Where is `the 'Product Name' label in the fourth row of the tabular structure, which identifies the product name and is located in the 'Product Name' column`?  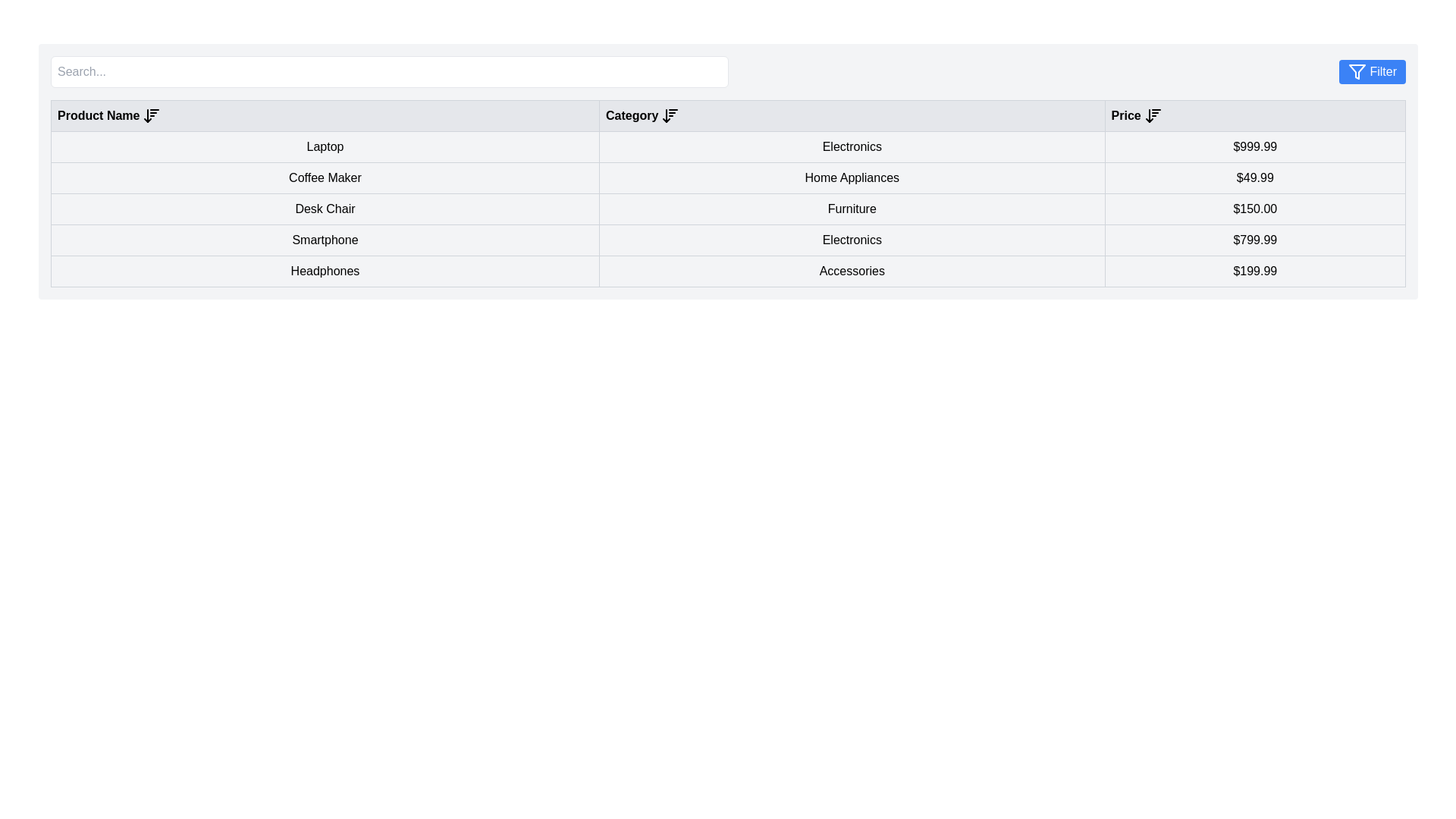
the 'Product Name' label in the fourth row of the tabular structure, which identifies the product name and is located in the 'Product Name' column is located at coordinates (324, 239).